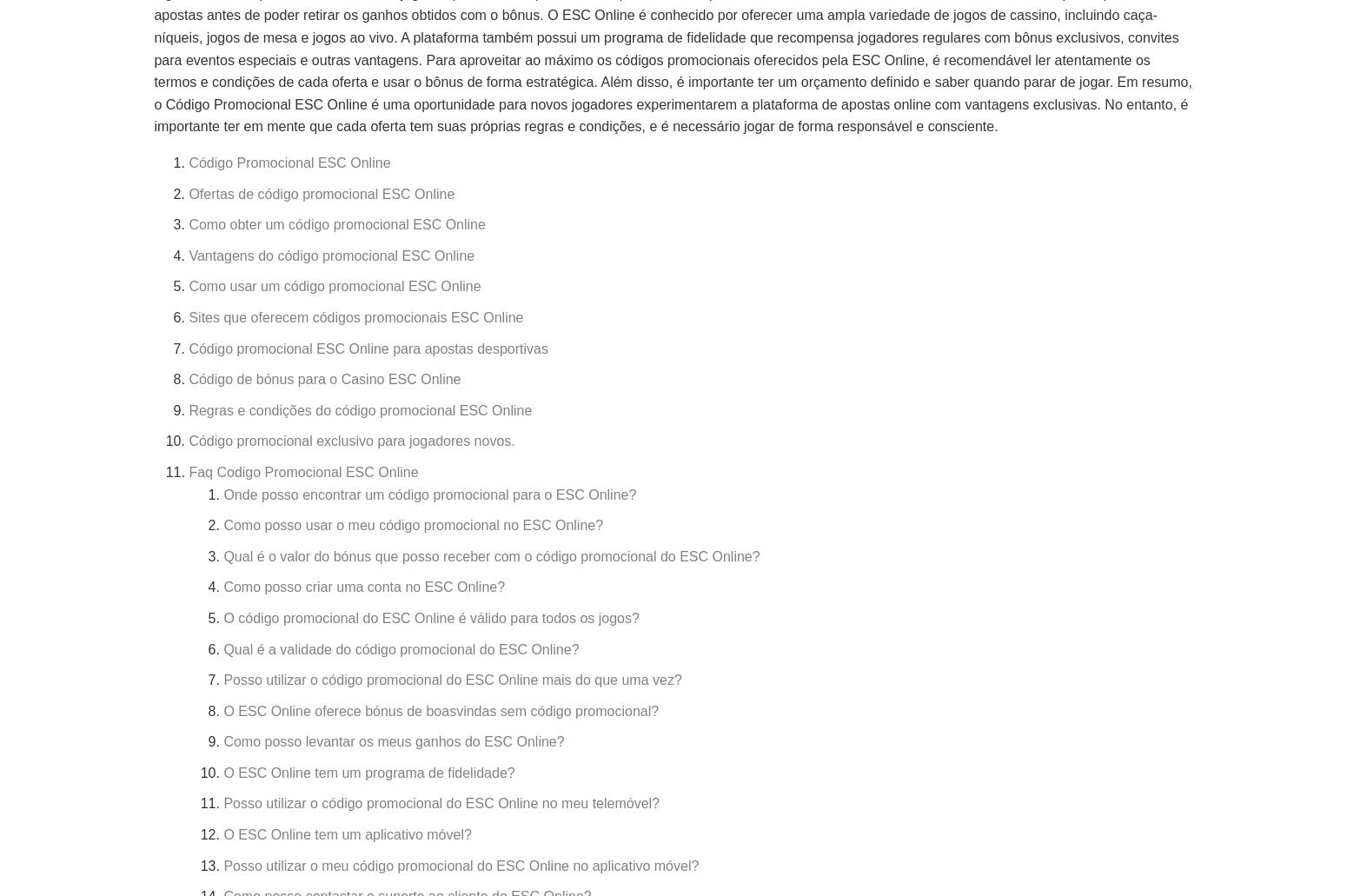 Image resolution: width=1347 pixels, height=896 pixels. Describe the element at coordinates (323, 379) in the screenshot. I see `'Código de bónus para o Casino ESC Online'` at that location.